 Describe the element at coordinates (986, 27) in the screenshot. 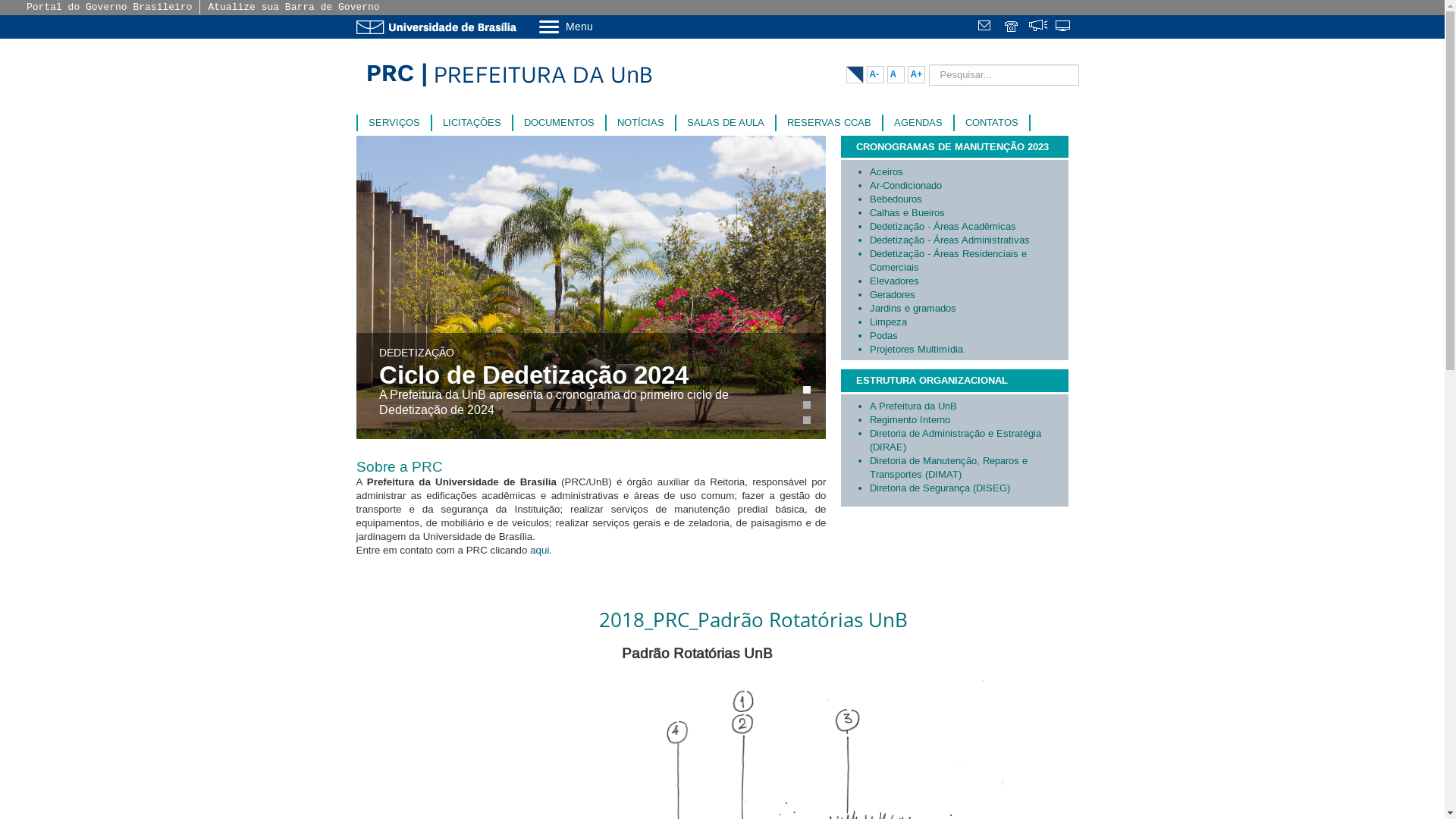

I see `' '` at that location.